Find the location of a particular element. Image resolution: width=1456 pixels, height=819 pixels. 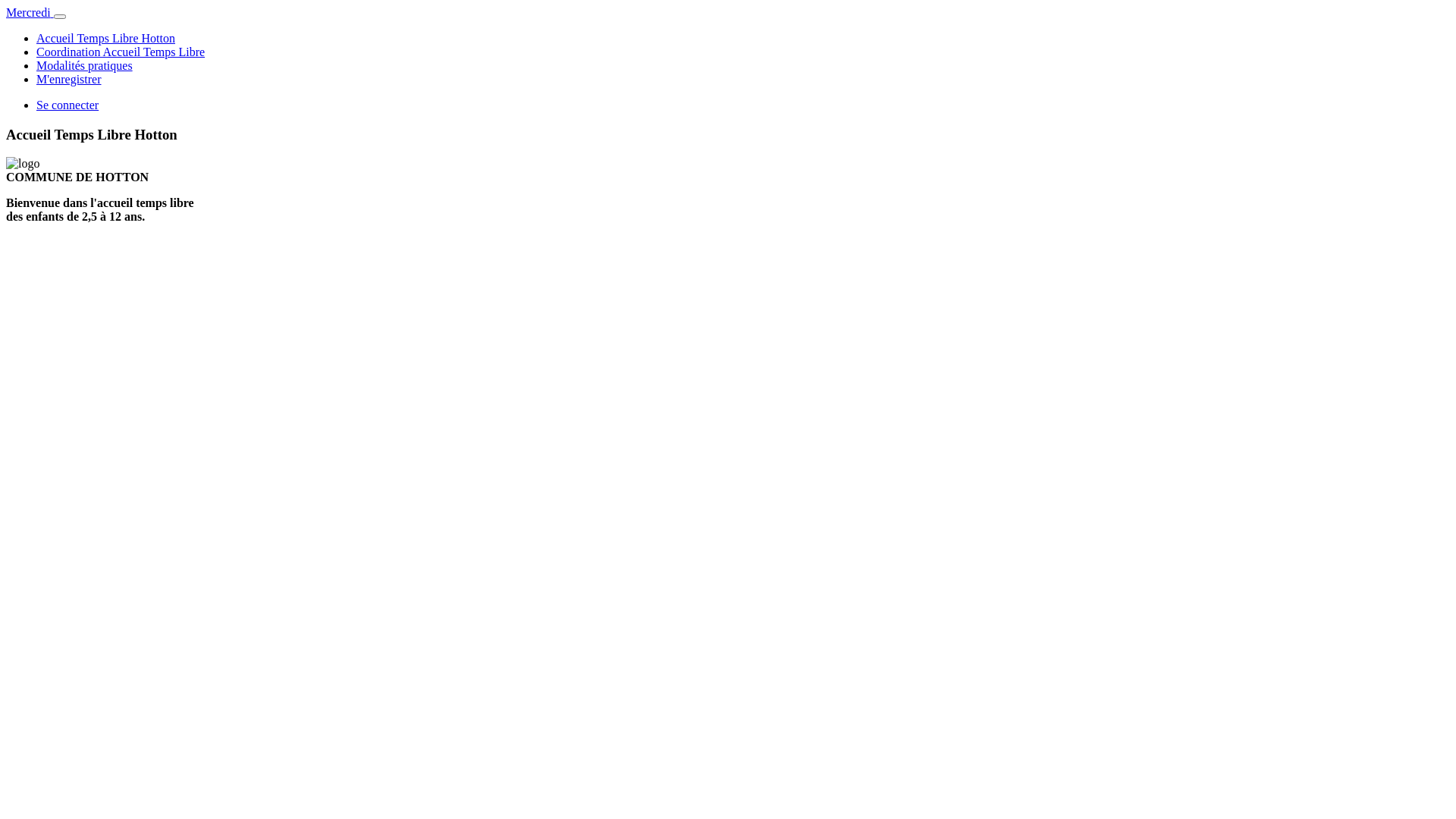

'M'enregistrer' is located at coordinates (68, 79).